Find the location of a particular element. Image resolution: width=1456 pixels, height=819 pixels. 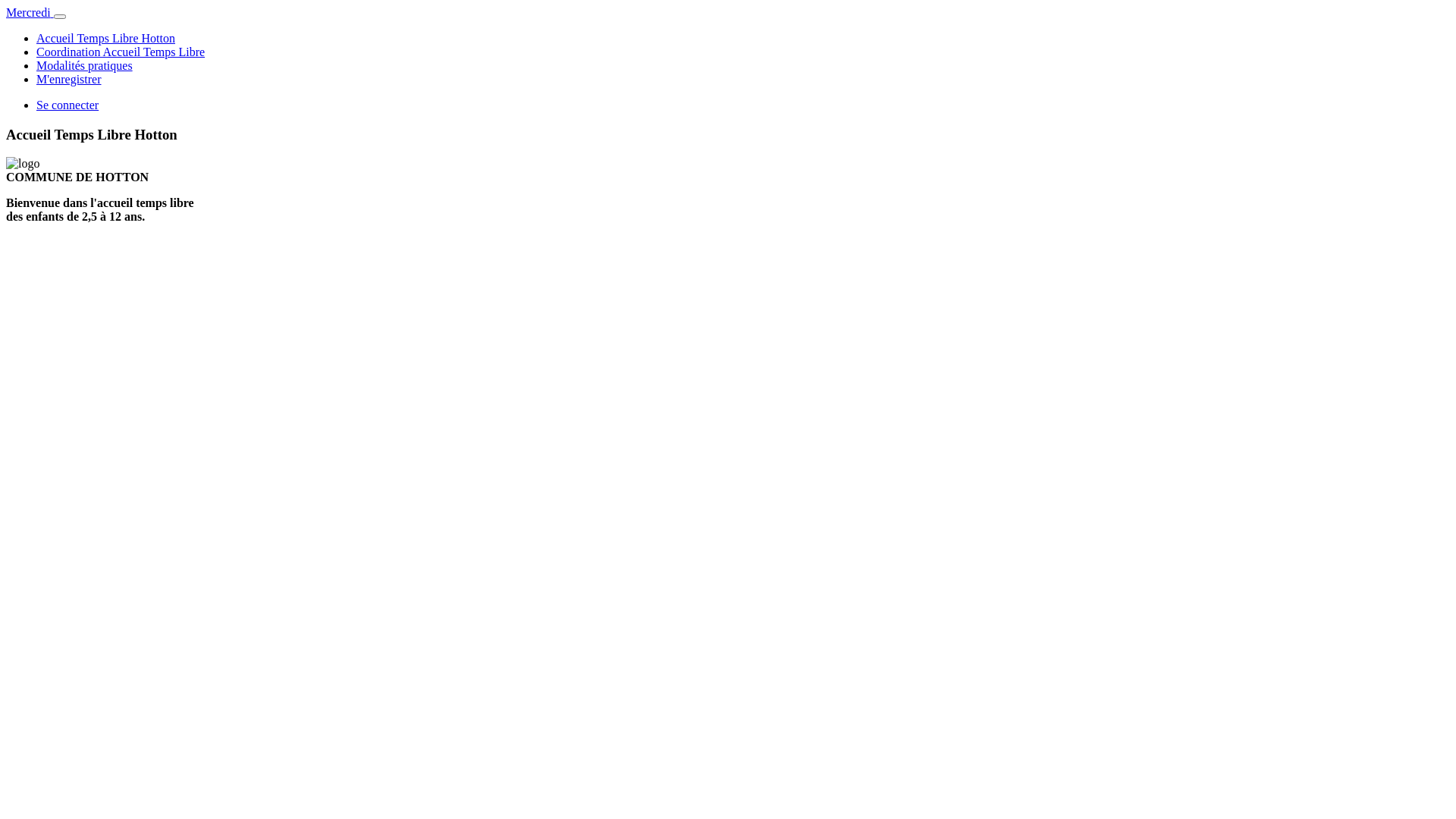

'M'enregistrer' is located at coordinates (68, 79).